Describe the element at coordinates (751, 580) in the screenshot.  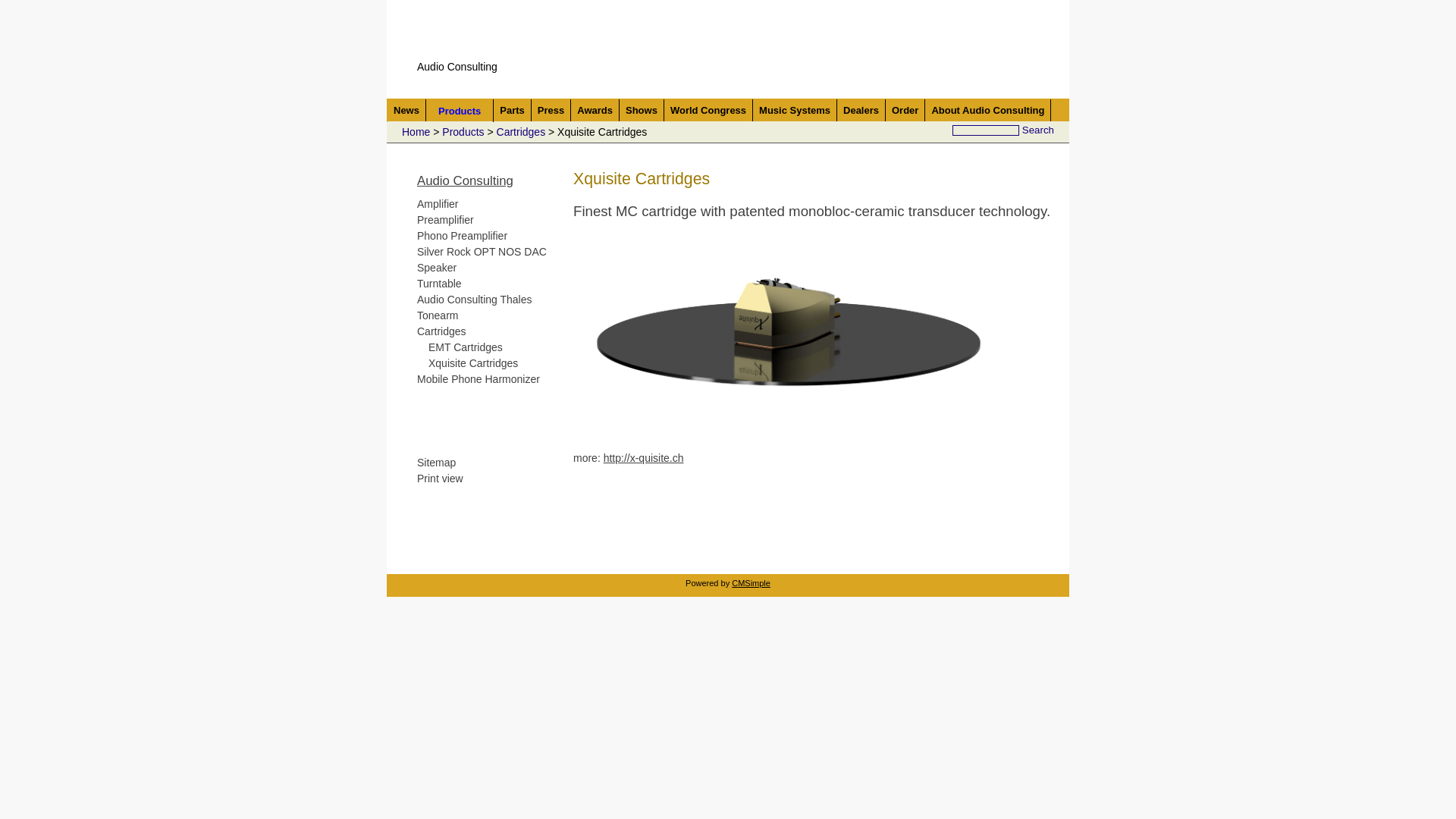
I see `'CMSimple'` at that location.